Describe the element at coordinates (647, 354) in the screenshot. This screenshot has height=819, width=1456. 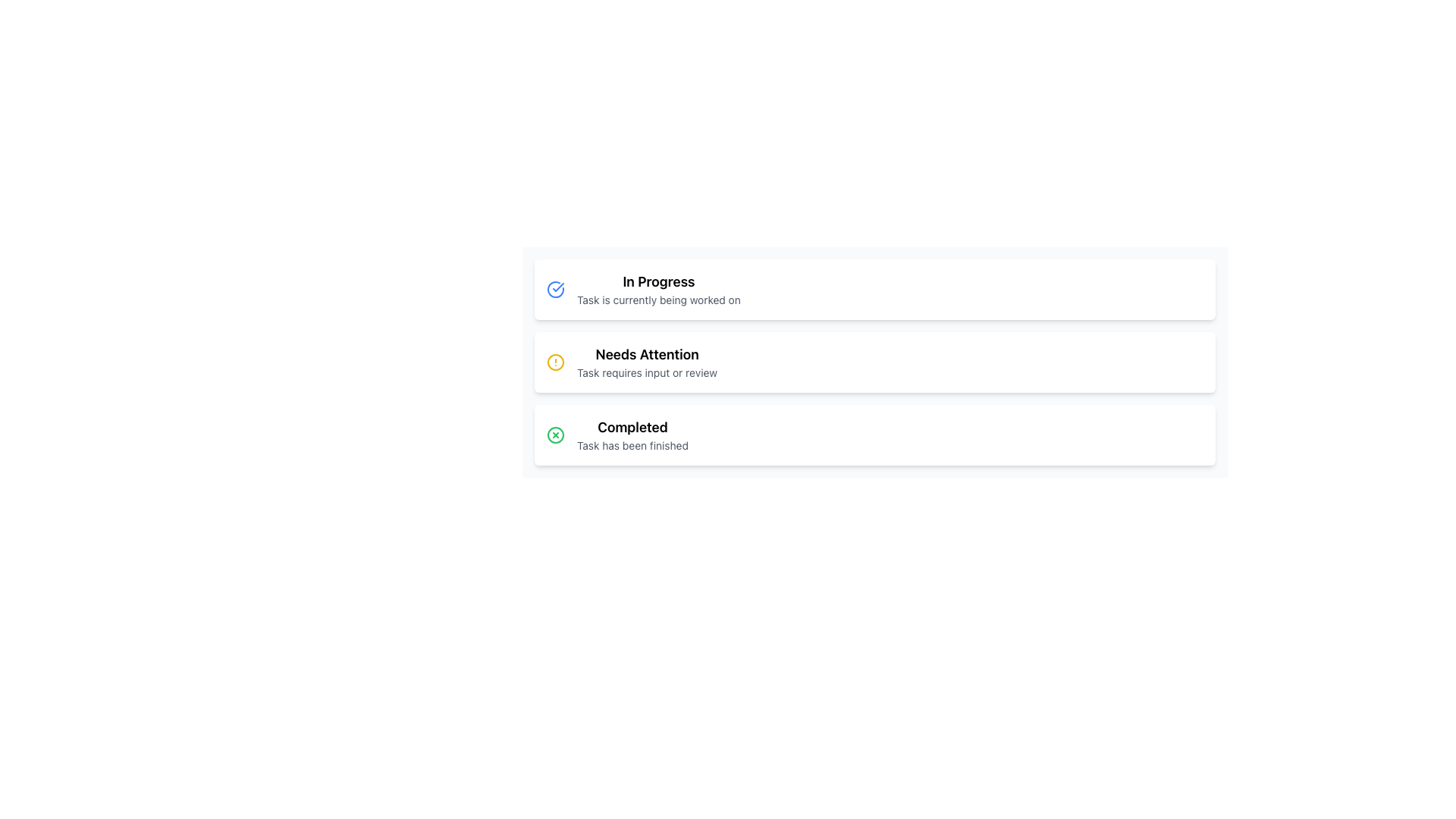
I see `the bolded text label displaying 'Needs Attention', which is the primary text in the second list item` at that location.